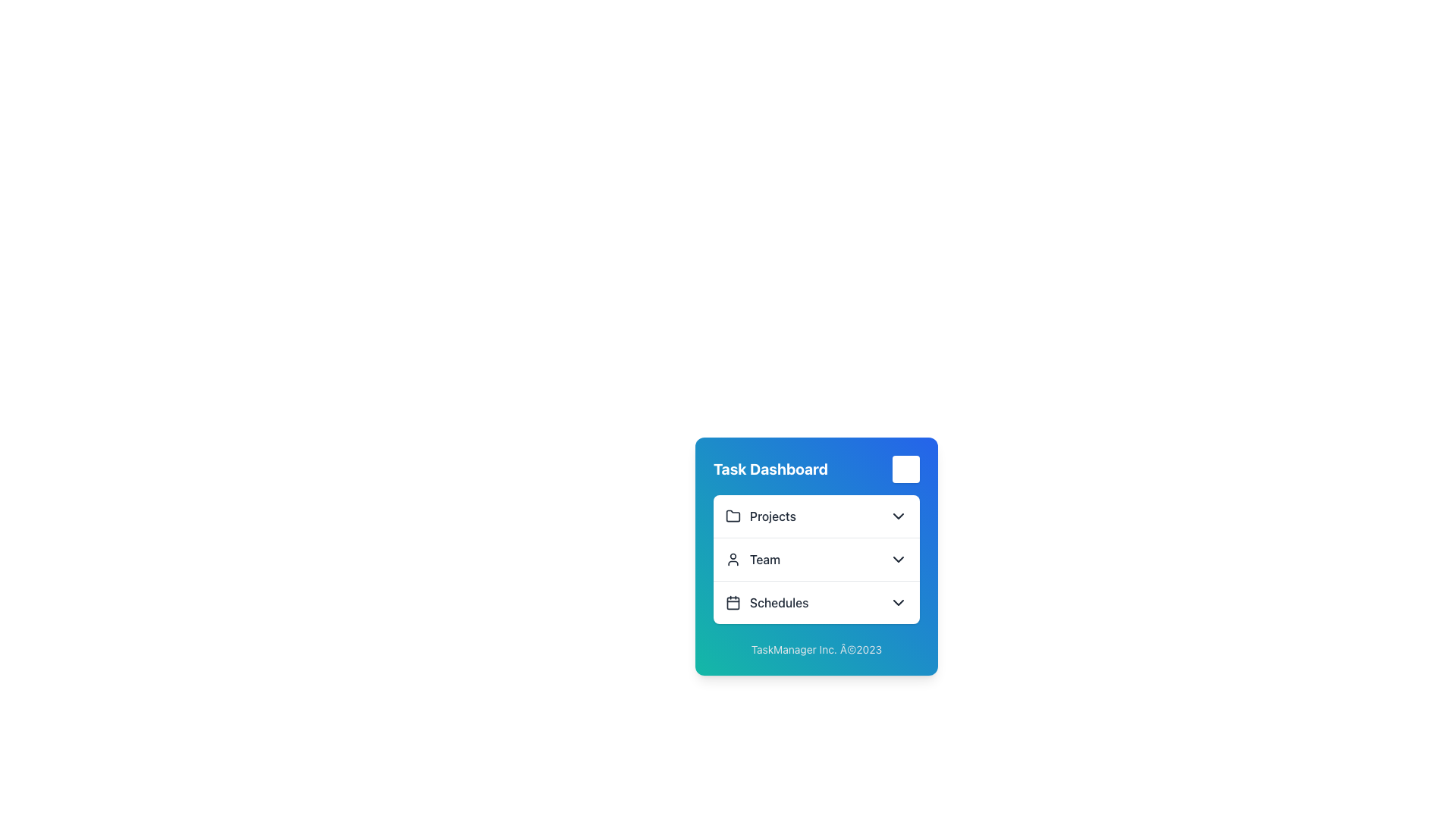 This screenshot has height=819, width=1456. I want to click on the Dropdown button located between the 'Projects' and 'Schedules' options in the white card section, so click(815, 559).